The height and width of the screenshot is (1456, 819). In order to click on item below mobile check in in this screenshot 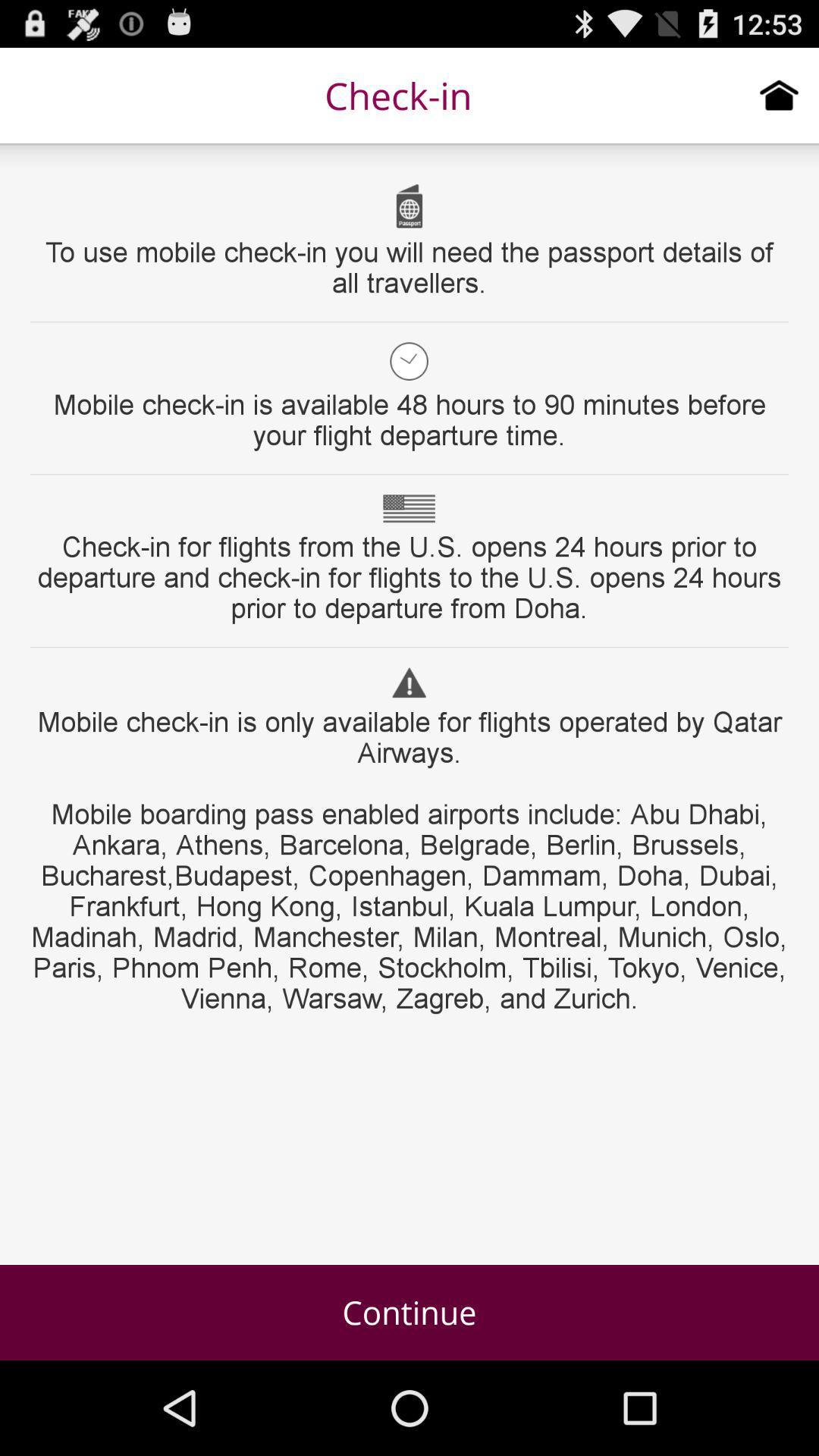, I will do `click(409, 1312)`.